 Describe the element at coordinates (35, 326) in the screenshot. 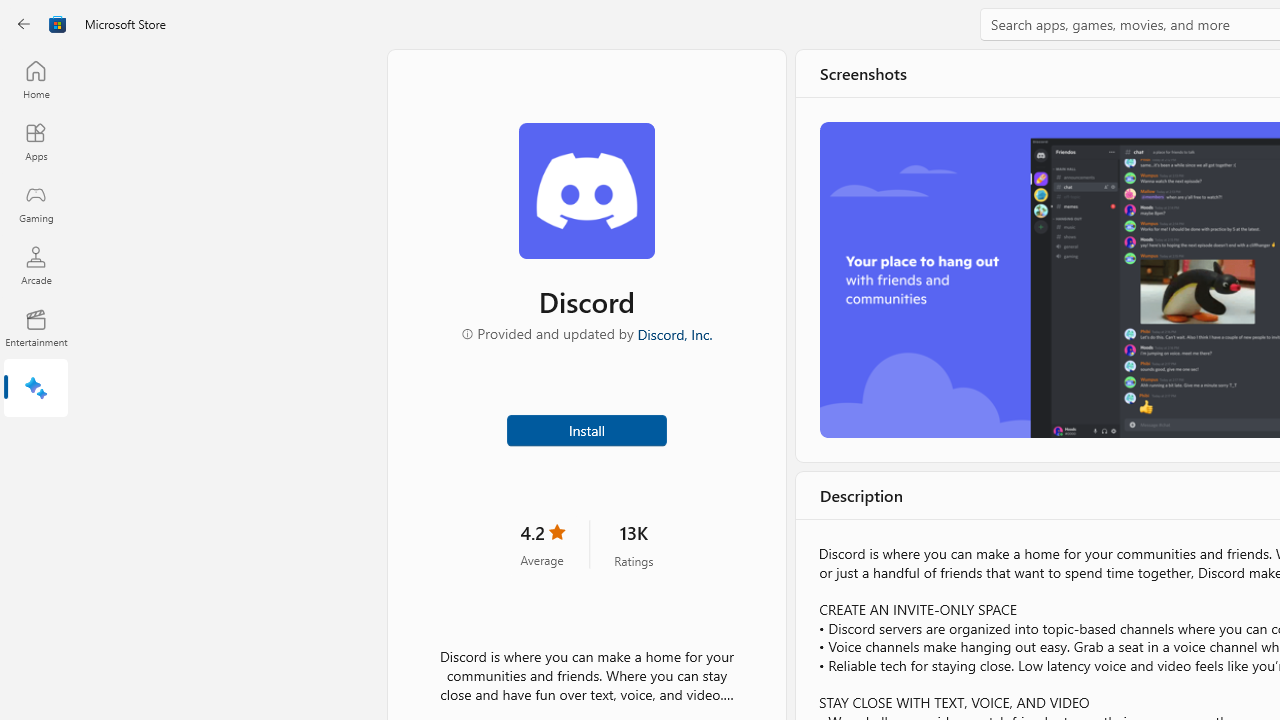

I see `'Entertainment'` at that location.